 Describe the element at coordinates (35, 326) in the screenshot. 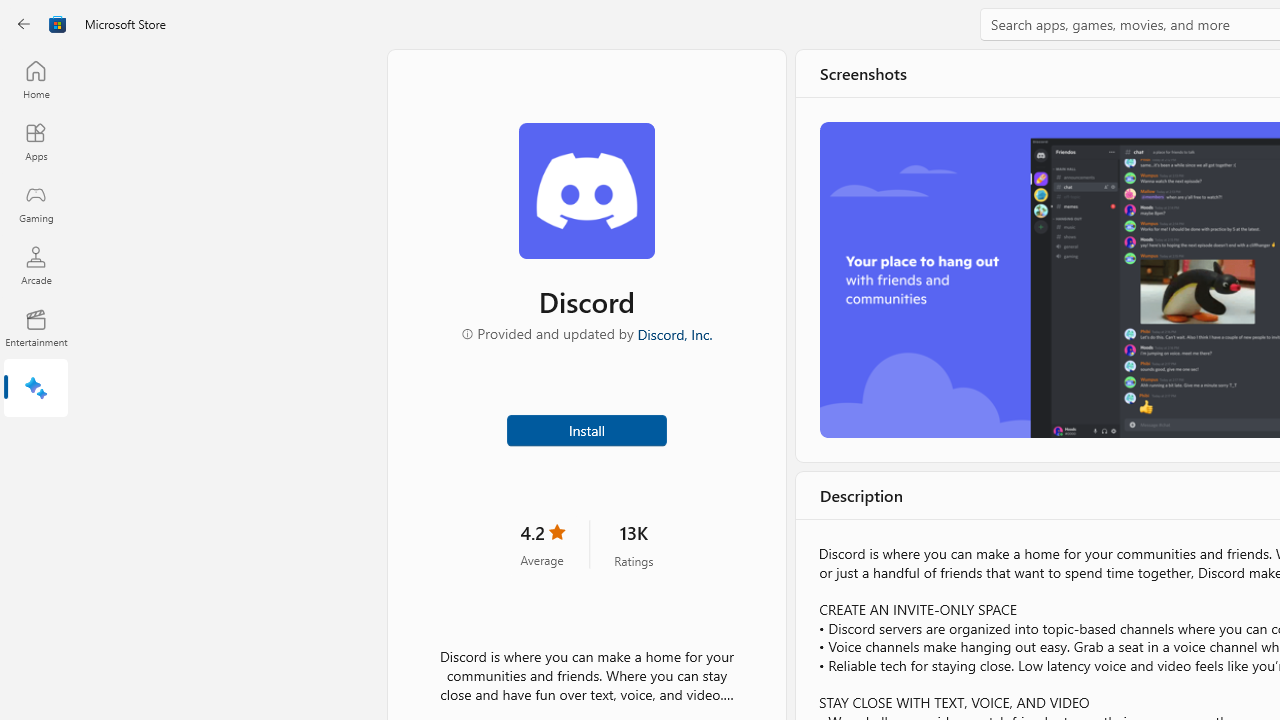

I see `'Entertainment'` at that location.